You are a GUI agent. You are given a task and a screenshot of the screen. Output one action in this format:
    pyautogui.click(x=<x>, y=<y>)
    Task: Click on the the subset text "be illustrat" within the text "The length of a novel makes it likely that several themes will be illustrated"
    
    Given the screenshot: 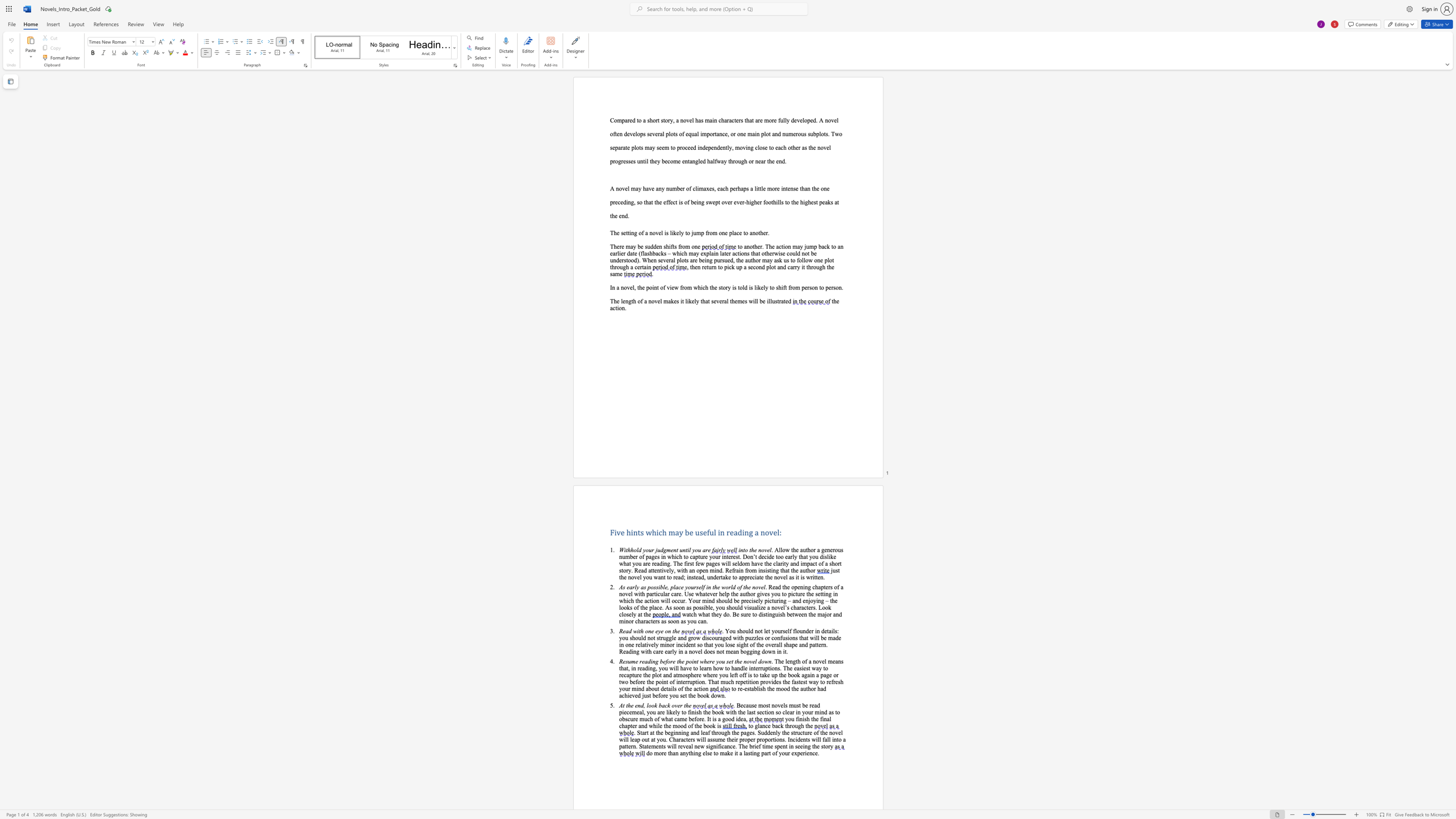 What is the action you would take?
    pyautogui.click(x=759, y=301)
    